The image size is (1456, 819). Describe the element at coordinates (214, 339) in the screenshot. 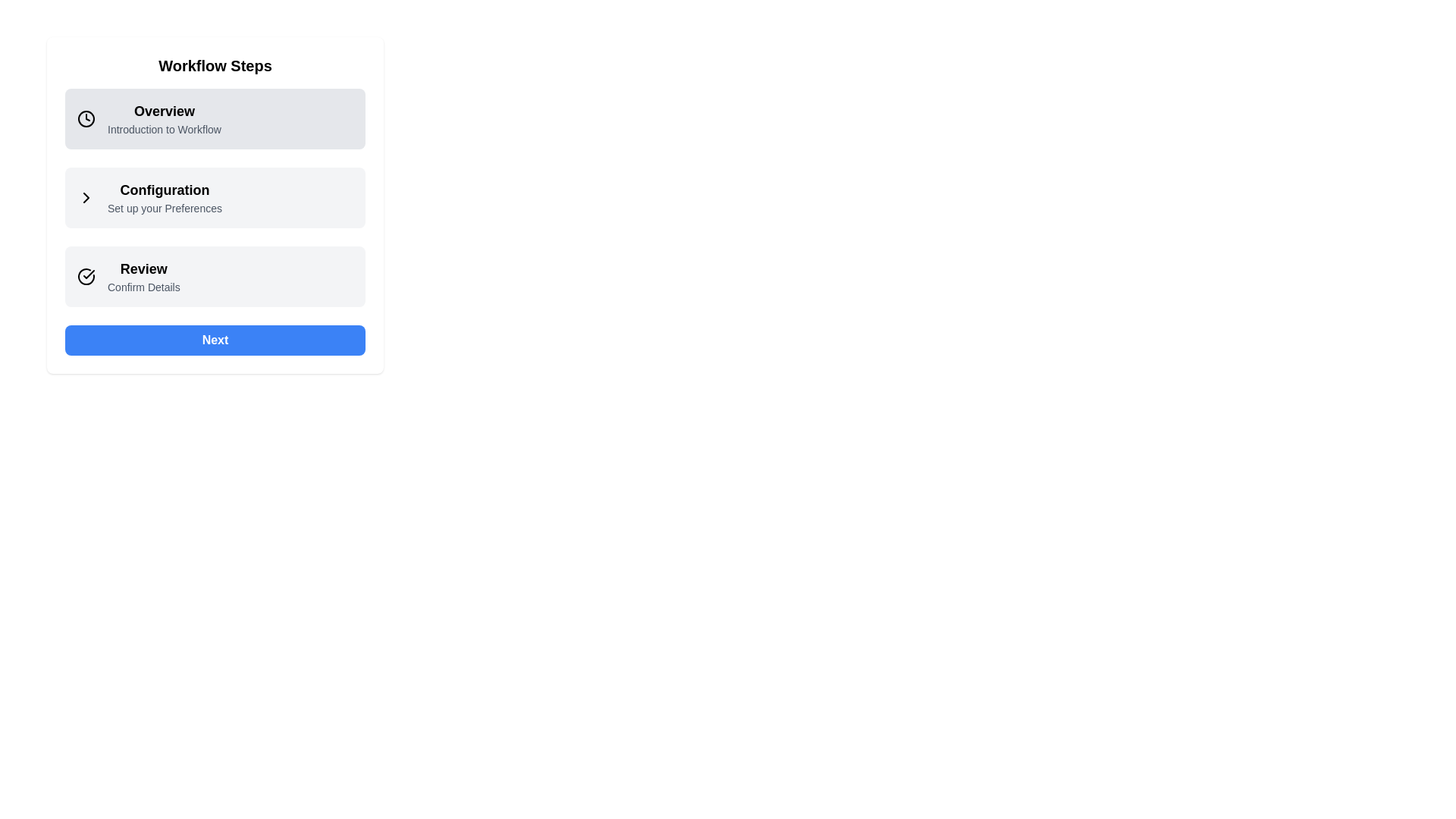

I see `the 'Next' button located at the bottom of the layout to activate hover effects` at that location.